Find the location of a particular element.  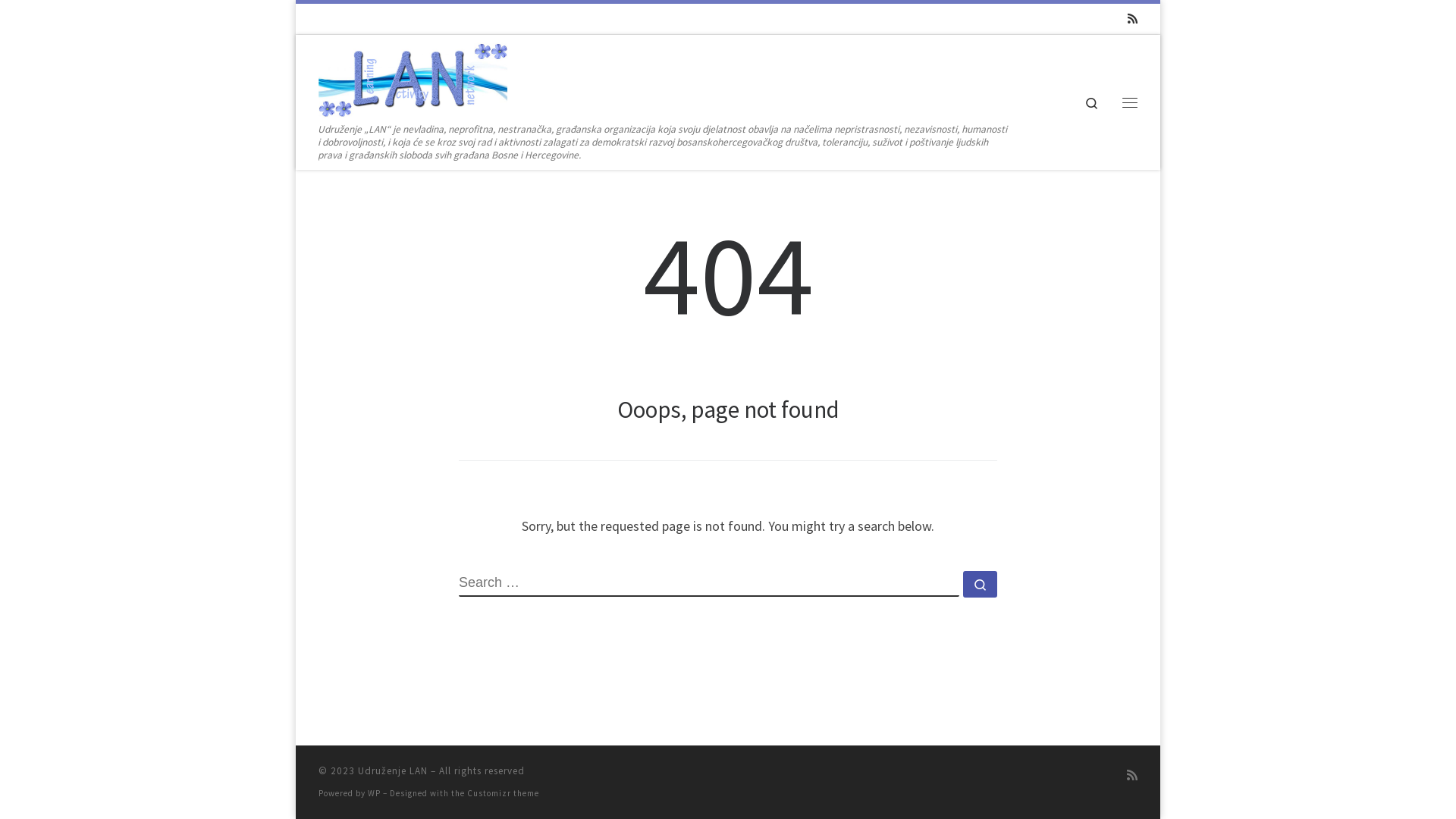

'Subscribe to my rss feed' is located at coordinates (1131, 775).